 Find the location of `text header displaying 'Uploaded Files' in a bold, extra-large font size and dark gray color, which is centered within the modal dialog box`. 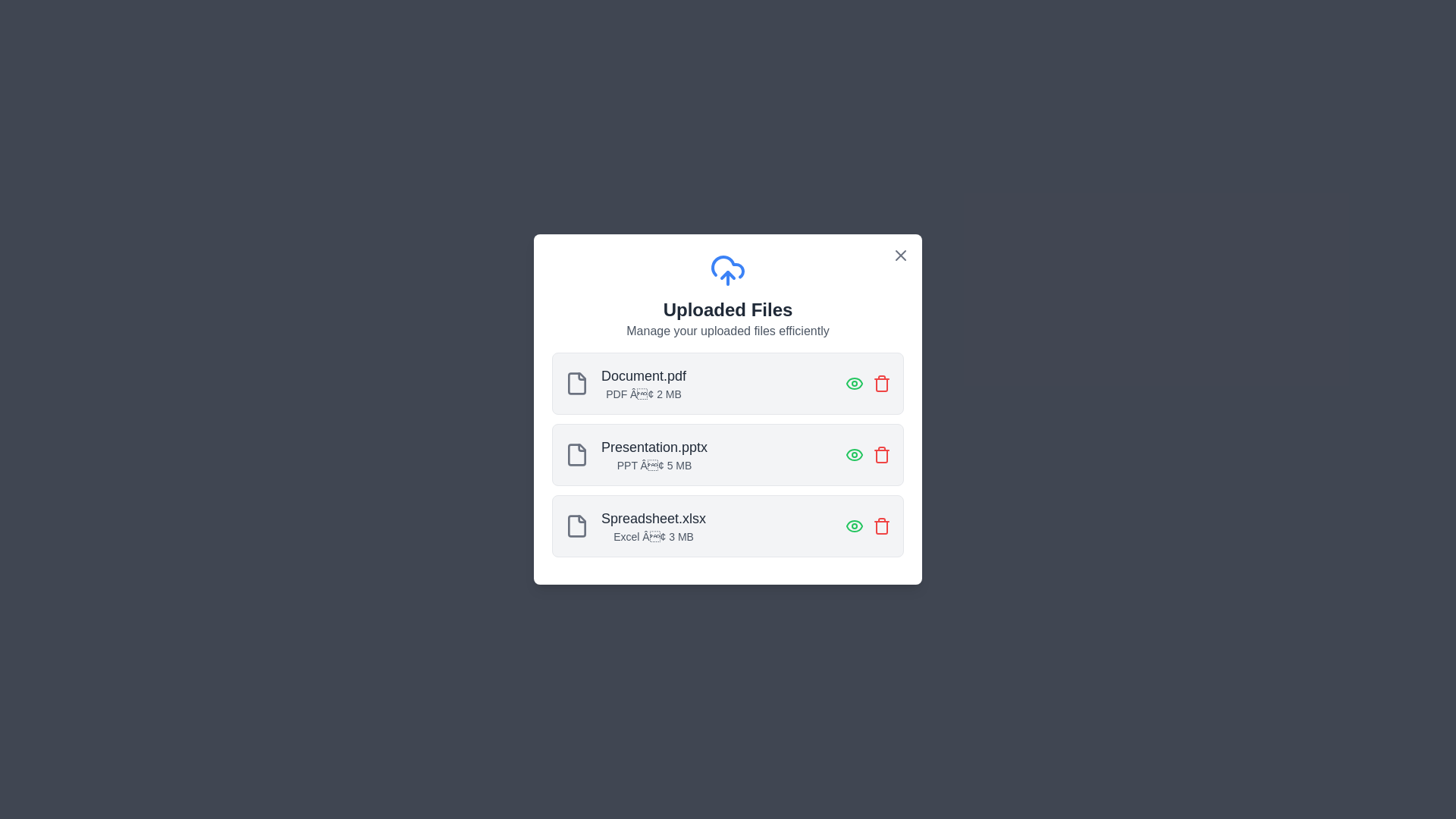

text header displaying 'Uploaded Files' in a bold, extra-large font size and dark gray color, which is centered within the modal dialog box is located at coordinates (728, 309).